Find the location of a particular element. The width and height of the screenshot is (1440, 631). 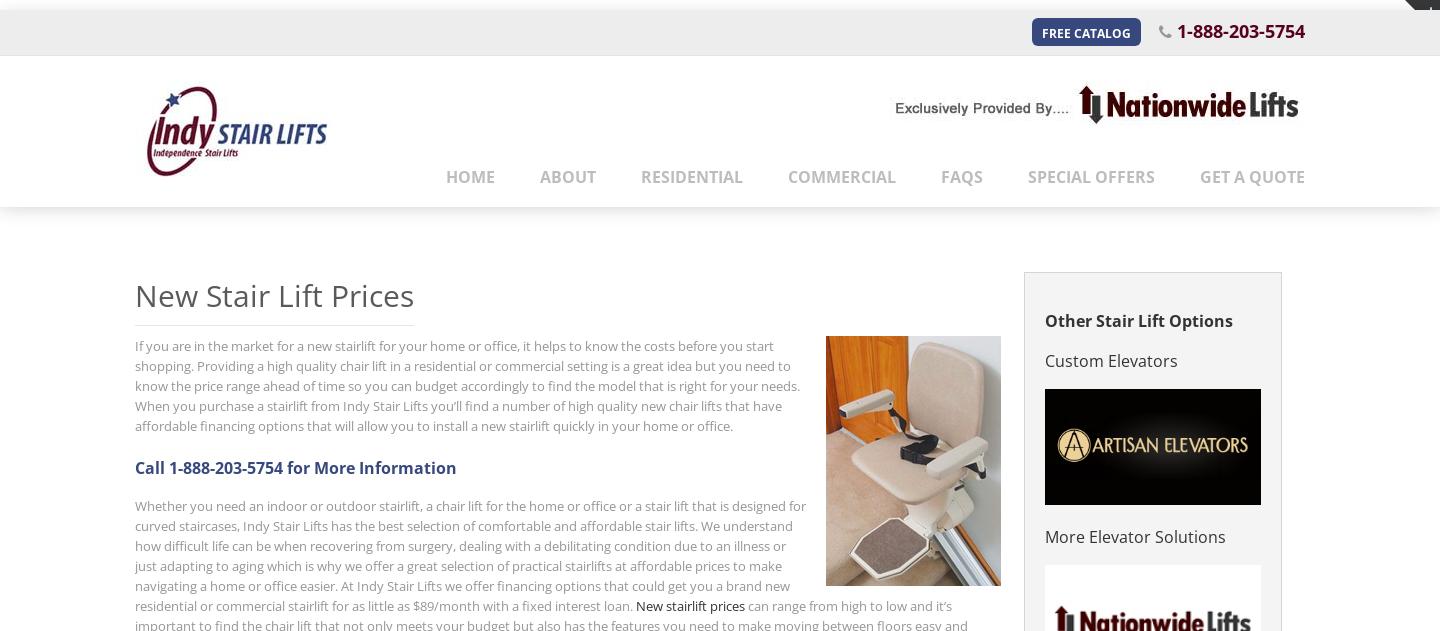

'Custom Elevators' is located at coordinates (1110, 360).